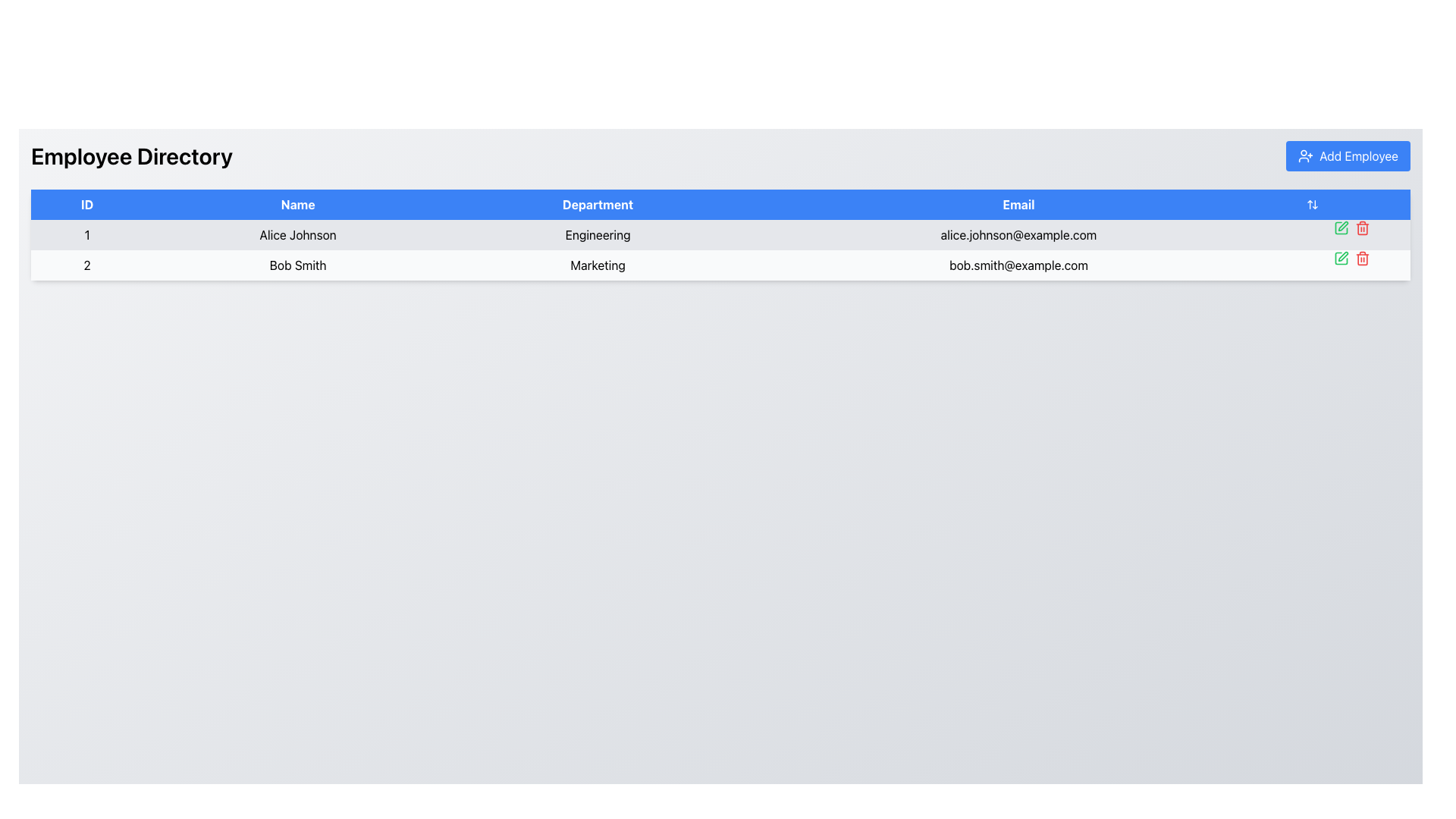 This screenshot has height=819, width=1456. I want to click on the 'Department' text header, which is the third header in a row of column headers within a table, displayed on a blue background with white text, so click(597, 205).